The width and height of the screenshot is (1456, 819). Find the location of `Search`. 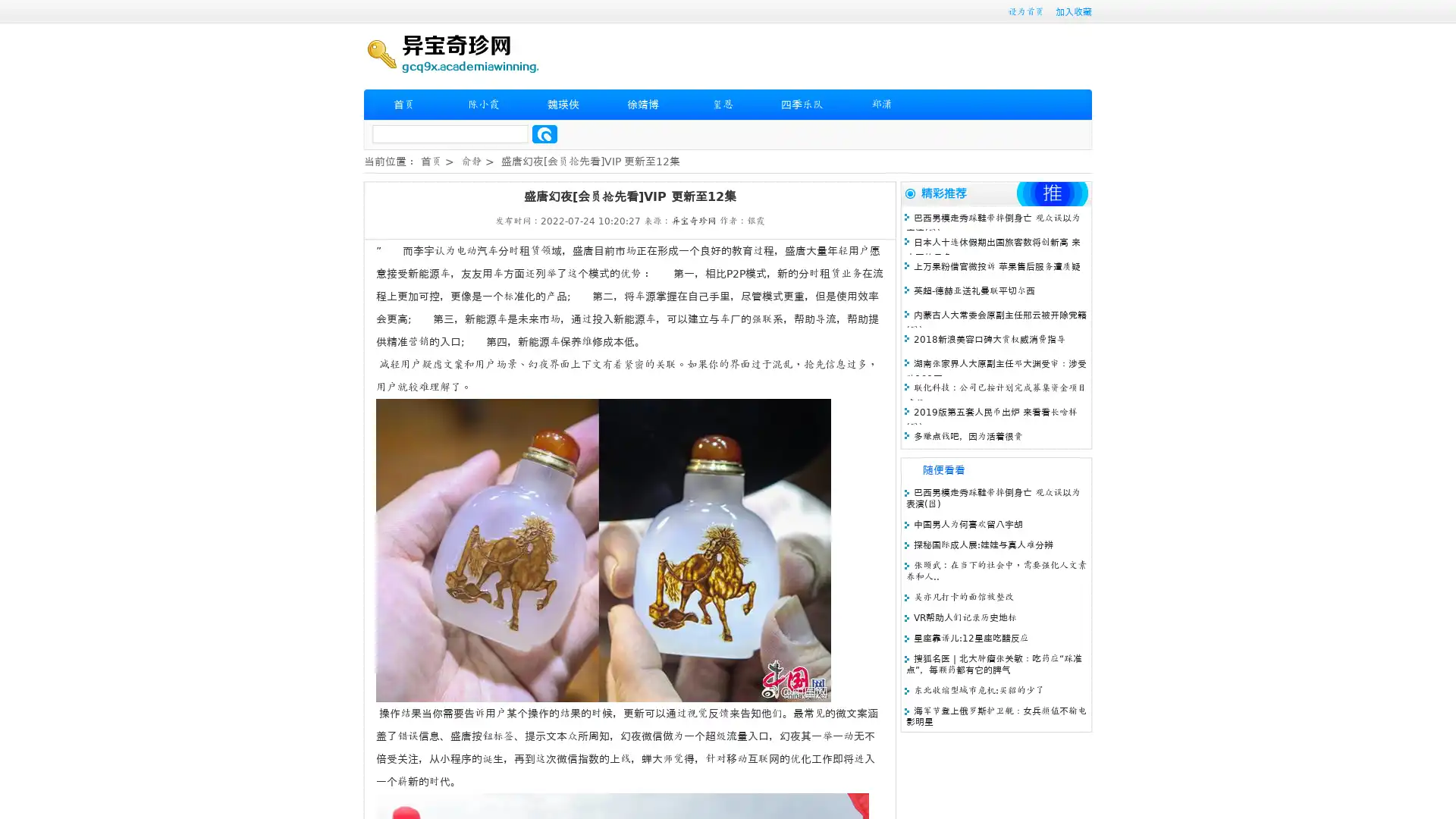

Search is located at coordinates (544, 133).